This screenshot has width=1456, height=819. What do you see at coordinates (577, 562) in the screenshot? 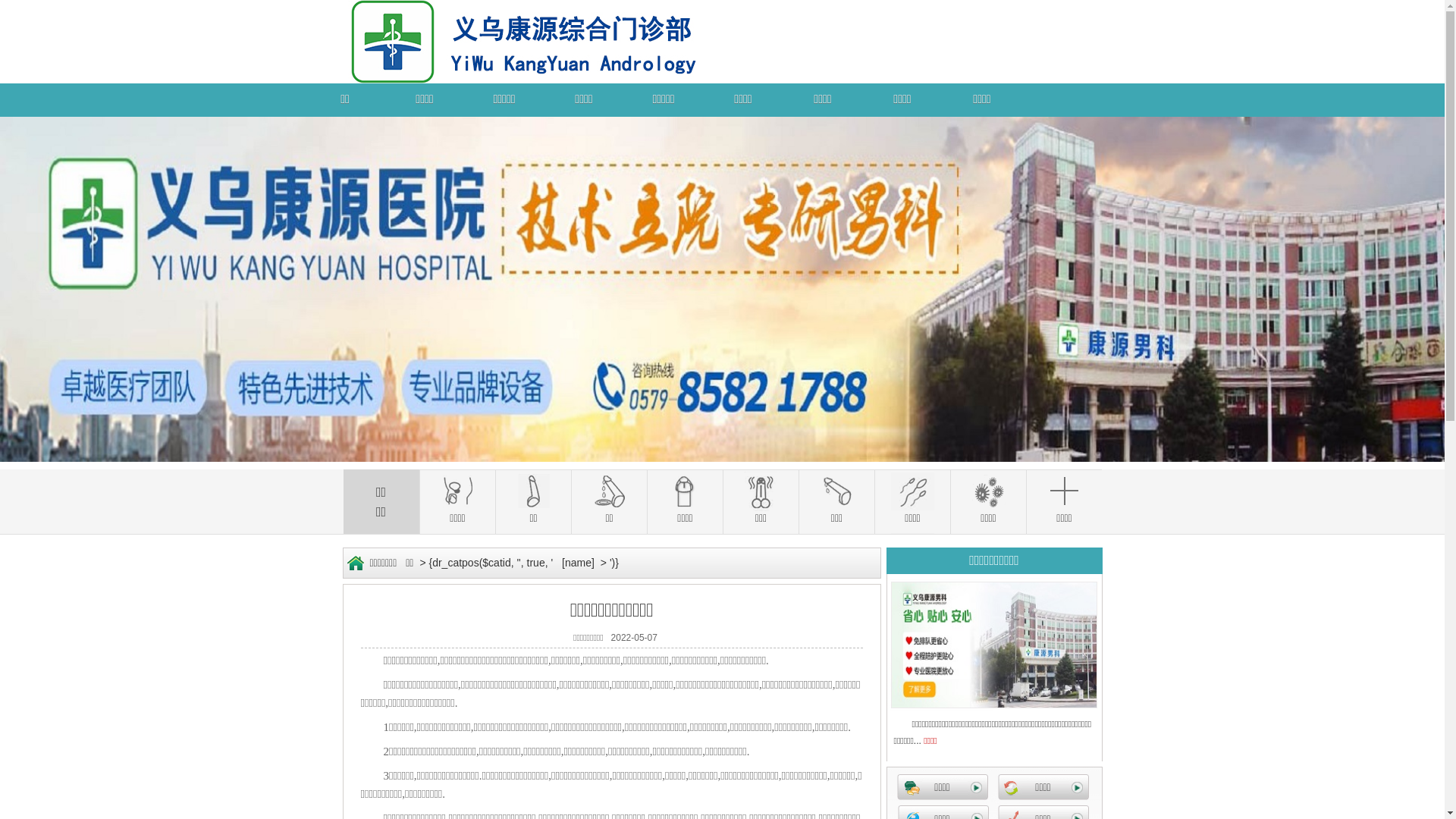
I see `'[name]'` at bounding box center [577, 562].